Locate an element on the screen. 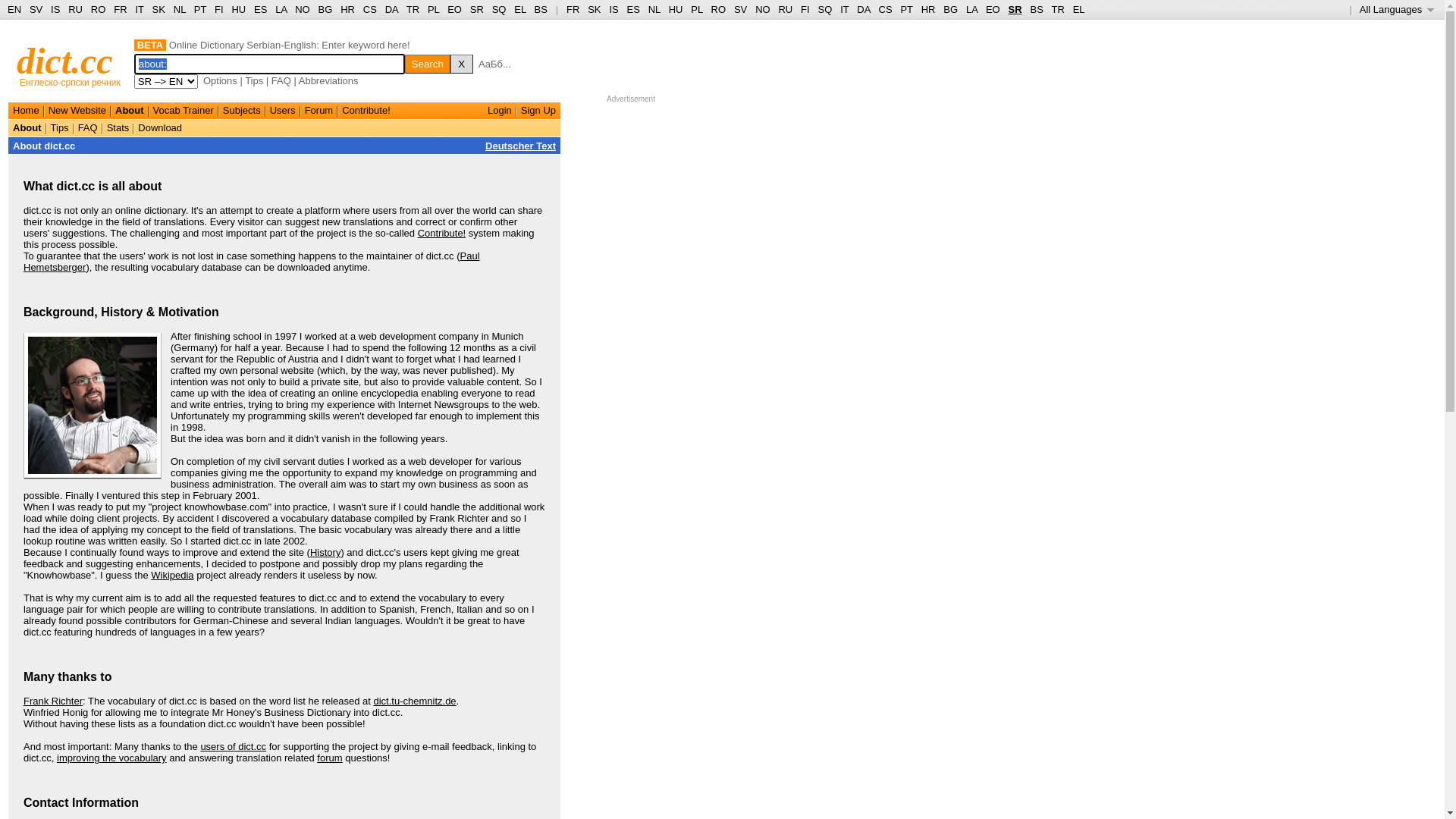 The height and width of the screenshot is (819, 1456). 'Tips' is located at coordinates (254, 80).